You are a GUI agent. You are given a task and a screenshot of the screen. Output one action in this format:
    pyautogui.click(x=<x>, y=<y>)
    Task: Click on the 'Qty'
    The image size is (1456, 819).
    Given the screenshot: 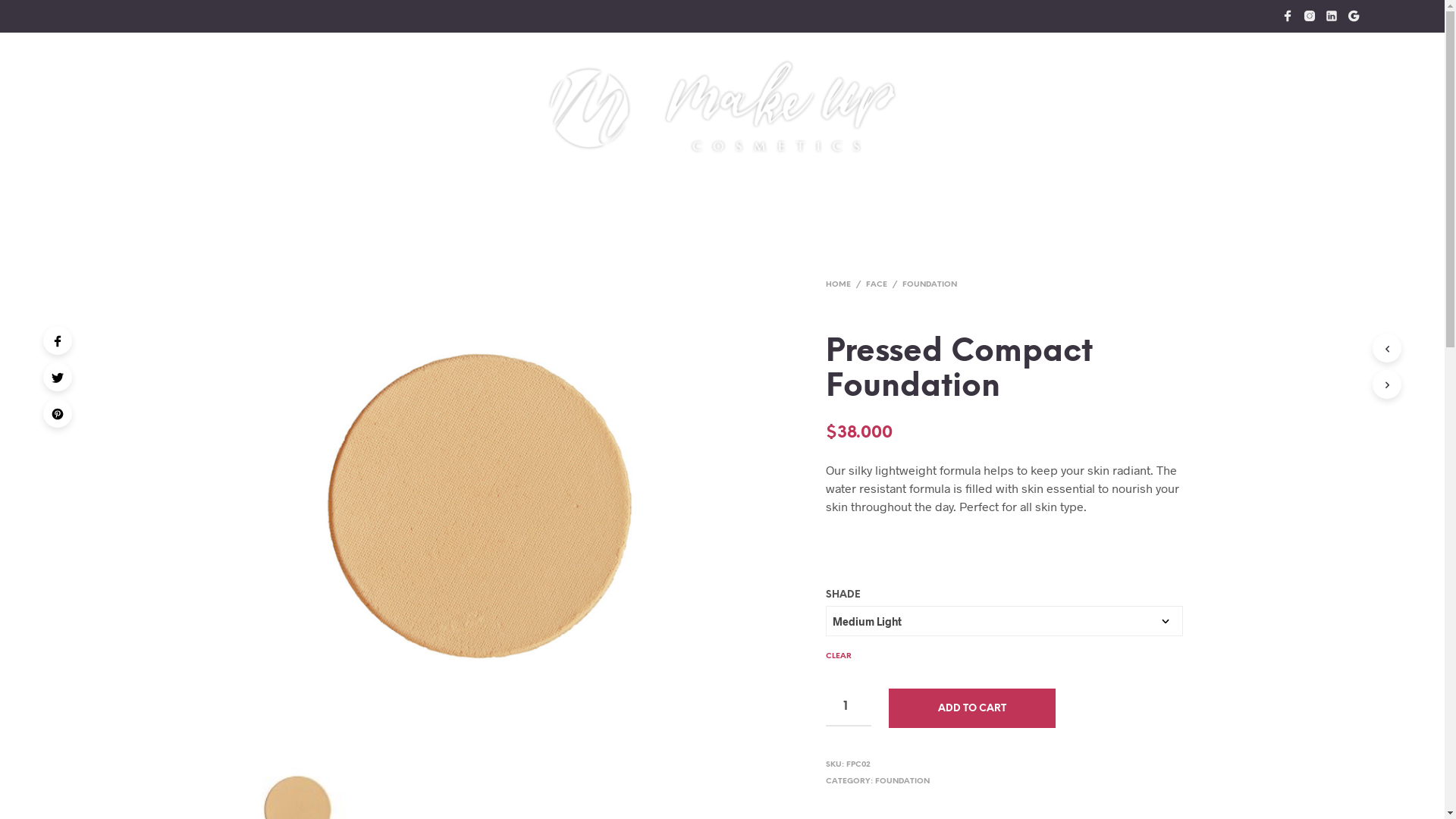 What is the action you would take?
    pyautogui.click(x=847, y=708)
    